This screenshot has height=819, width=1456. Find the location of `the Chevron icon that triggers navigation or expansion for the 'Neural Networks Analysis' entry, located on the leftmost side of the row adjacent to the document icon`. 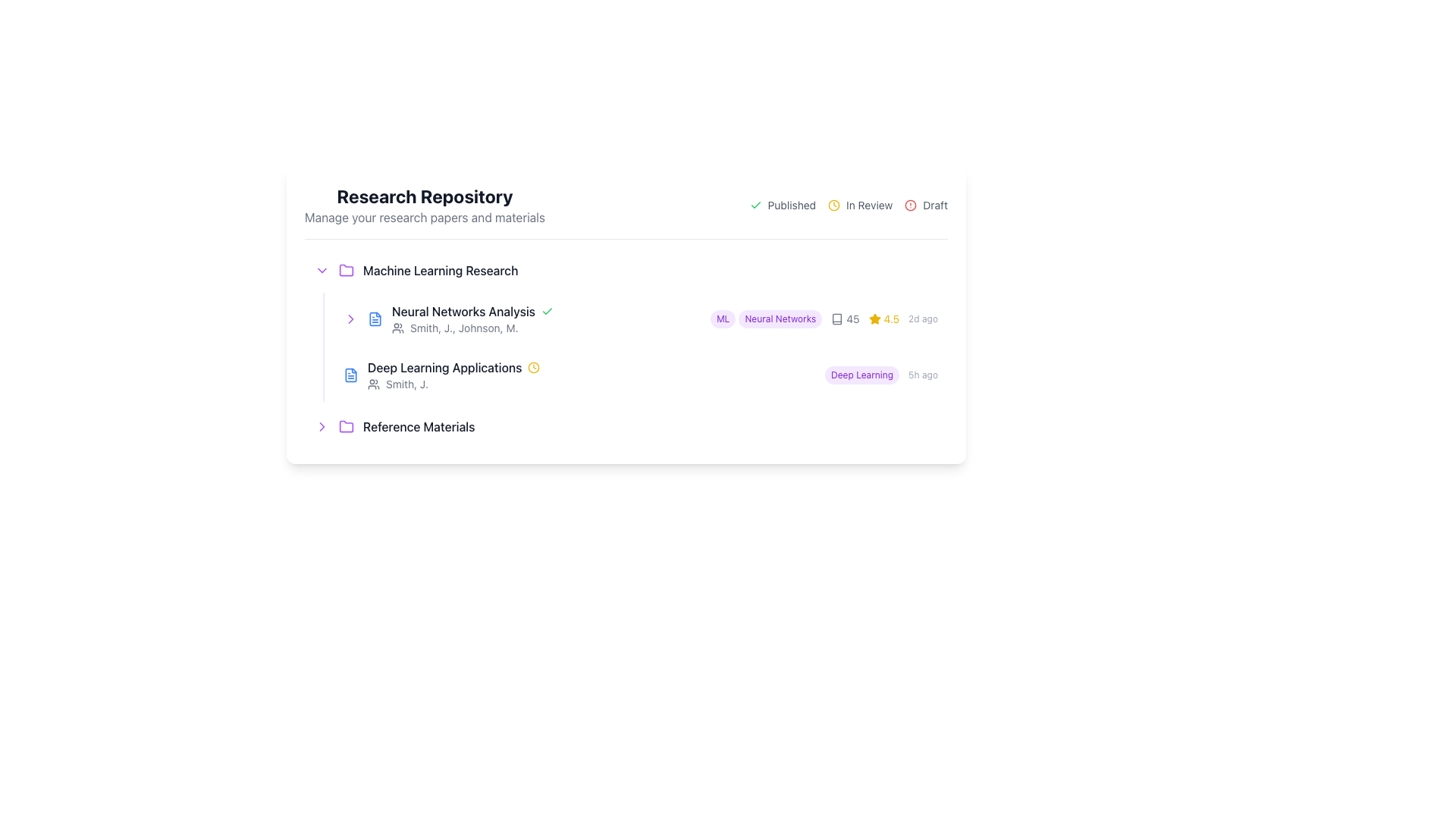

the Chevron icon that triggers navigation or expansion for the 'Neural Networks Analysis' entry, located on the leftmost side of the row adjacent to the document icon is located at coordinates (350, 318).